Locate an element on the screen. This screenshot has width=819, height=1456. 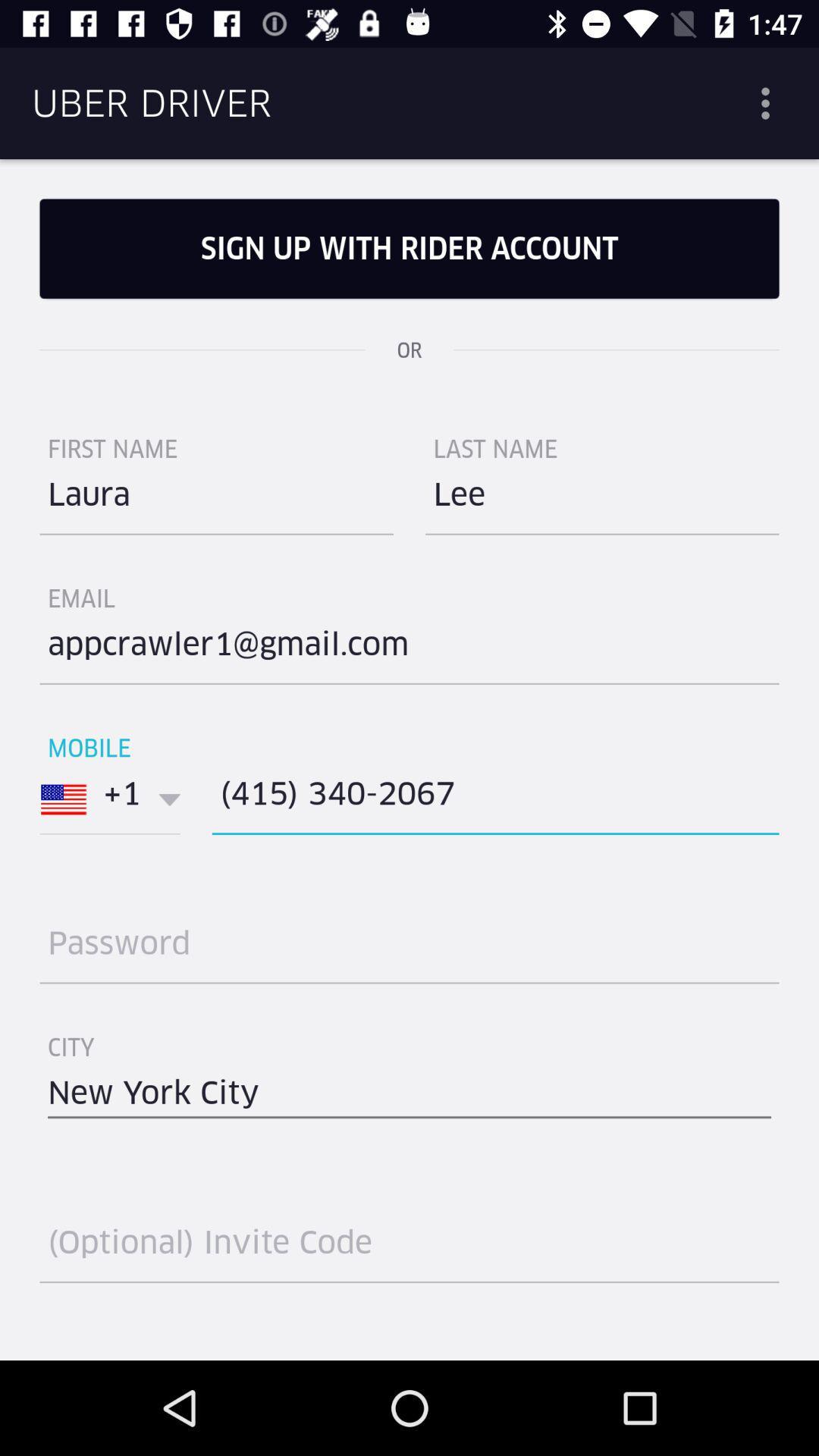
icon on the right is located at coordinates (601, 500).